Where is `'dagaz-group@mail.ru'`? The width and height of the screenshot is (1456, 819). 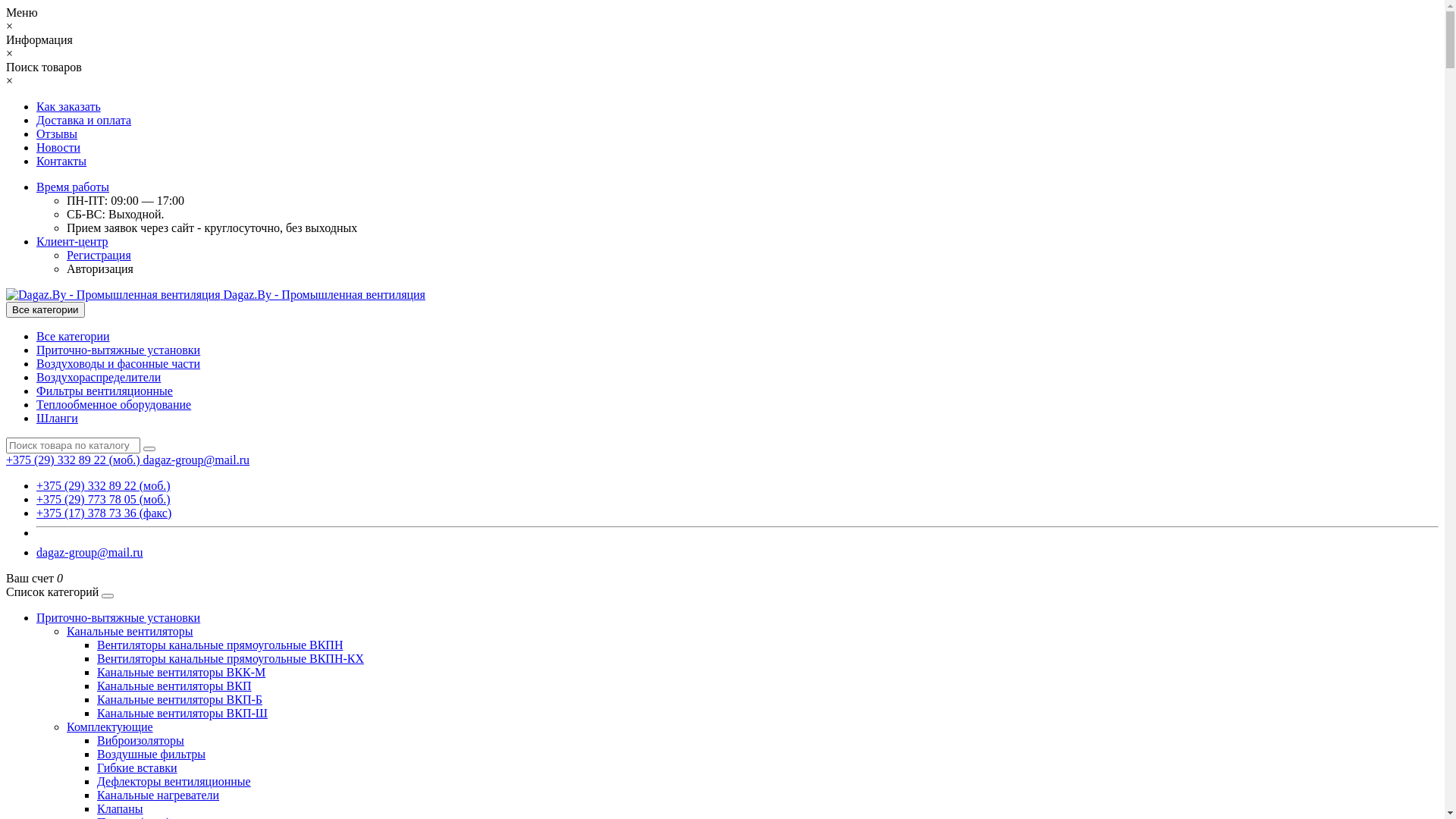
'dagaz-group@mail.ru' is located at coordinates (36, 552).